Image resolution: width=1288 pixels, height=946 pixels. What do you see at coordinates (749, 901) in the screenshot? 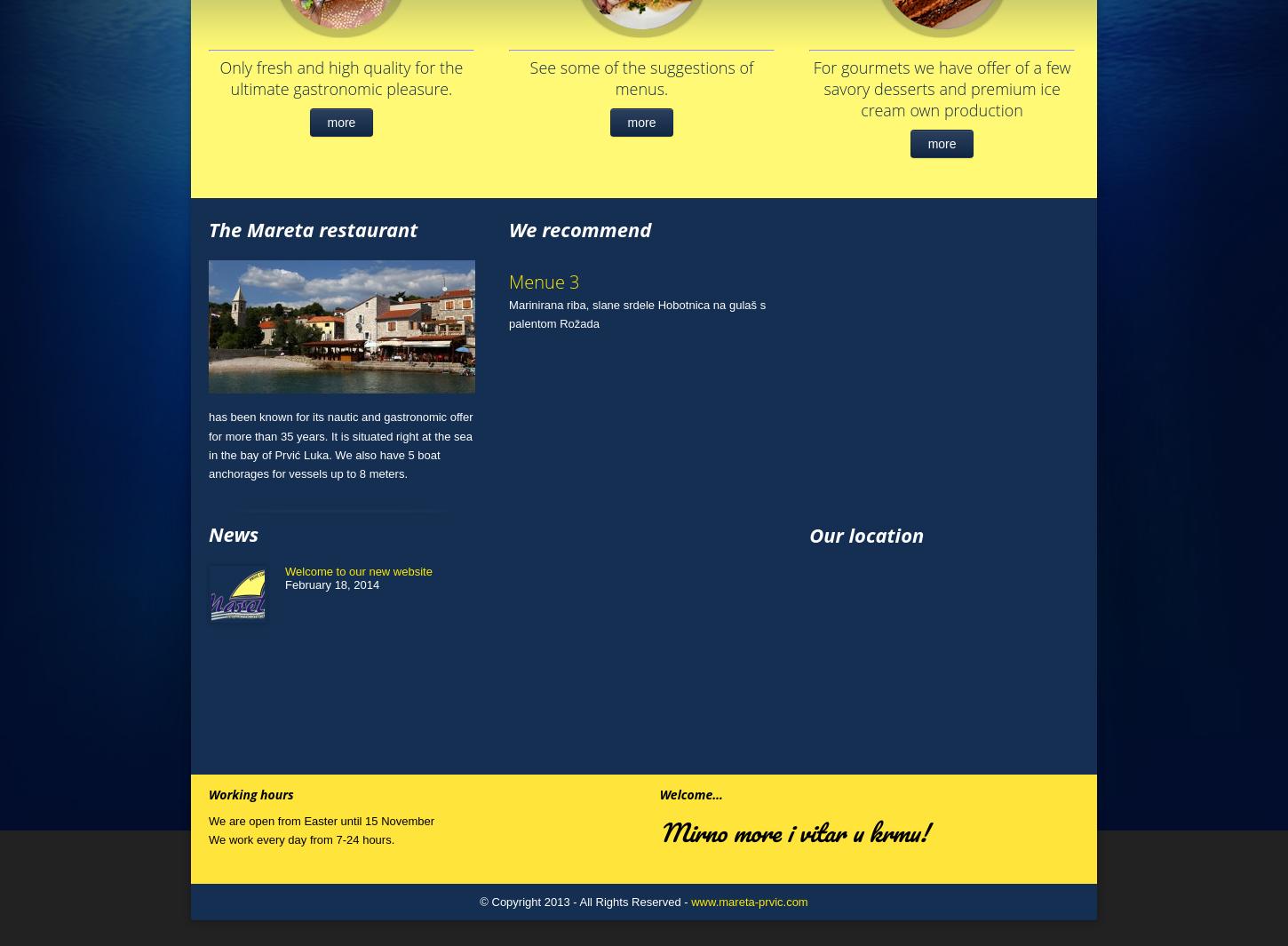
I see `'www.mareta-prvic.com'` at bounding box center [749, 901].